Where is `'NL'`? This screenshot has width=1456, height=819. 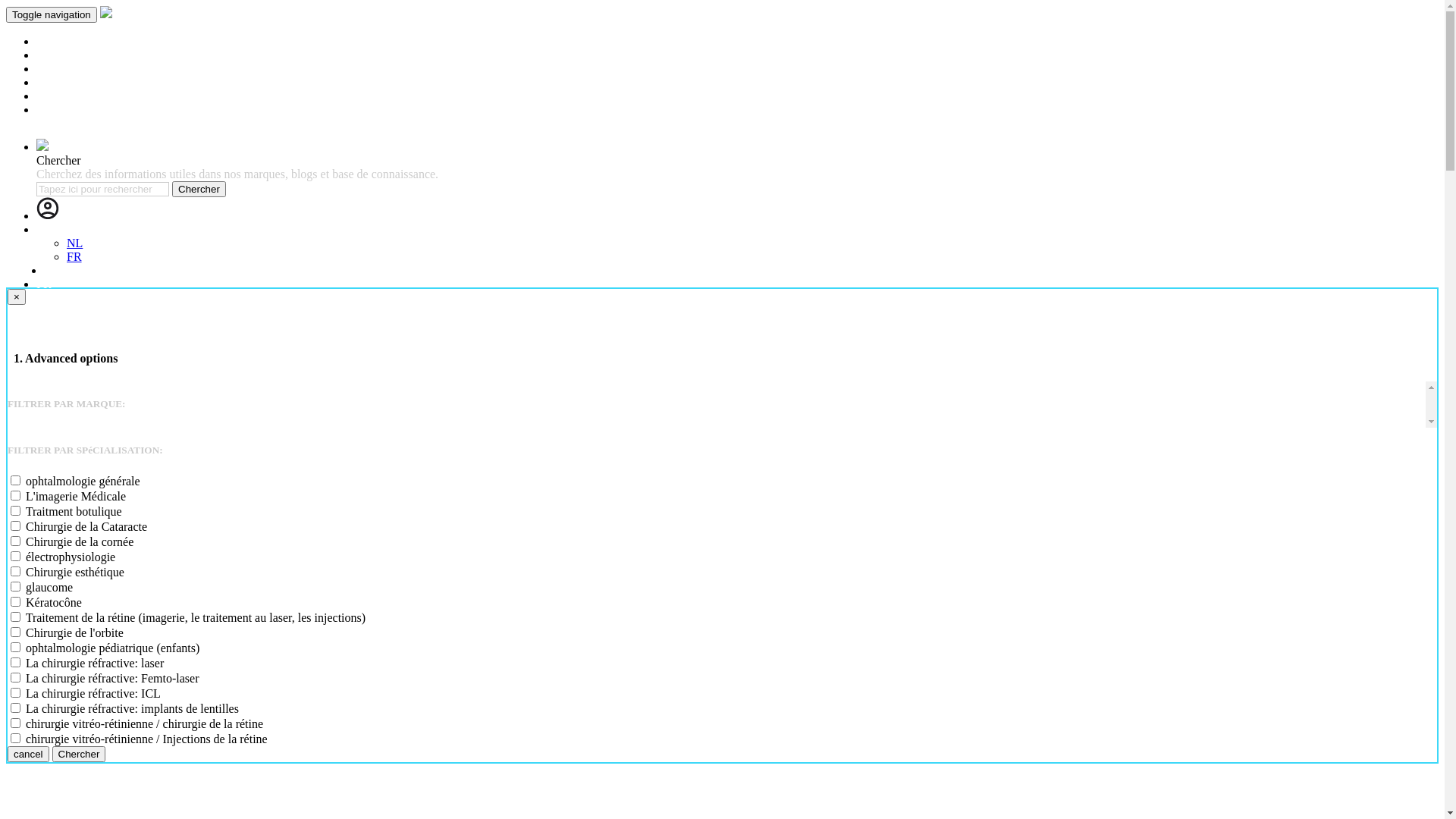 'NL' is located at coordinates (52, 269).